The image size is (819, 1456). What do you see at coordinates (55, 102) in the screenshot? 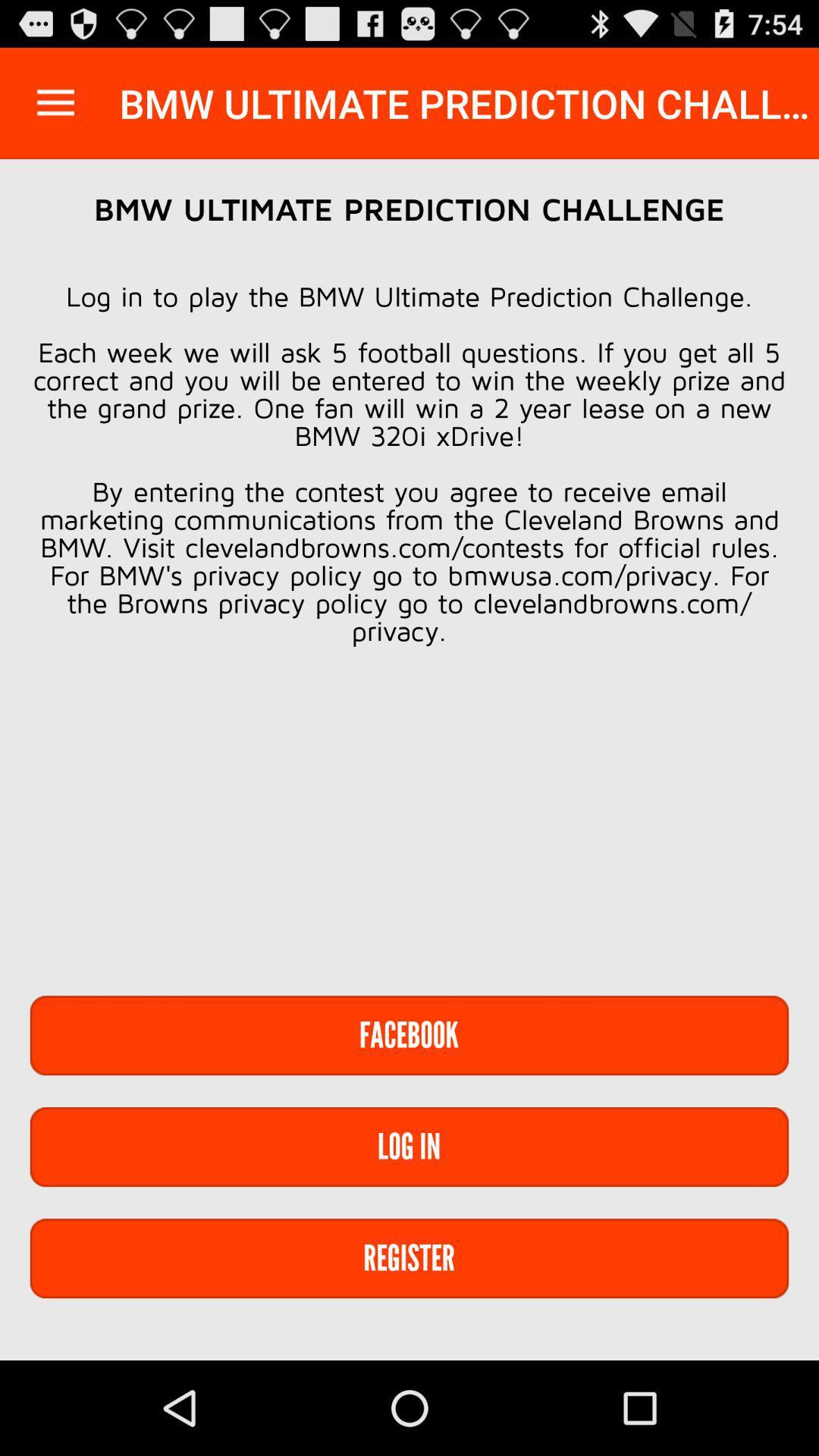
I see `the app to the left of the bmw ultimate prediction` at bounding box center [55, 102].